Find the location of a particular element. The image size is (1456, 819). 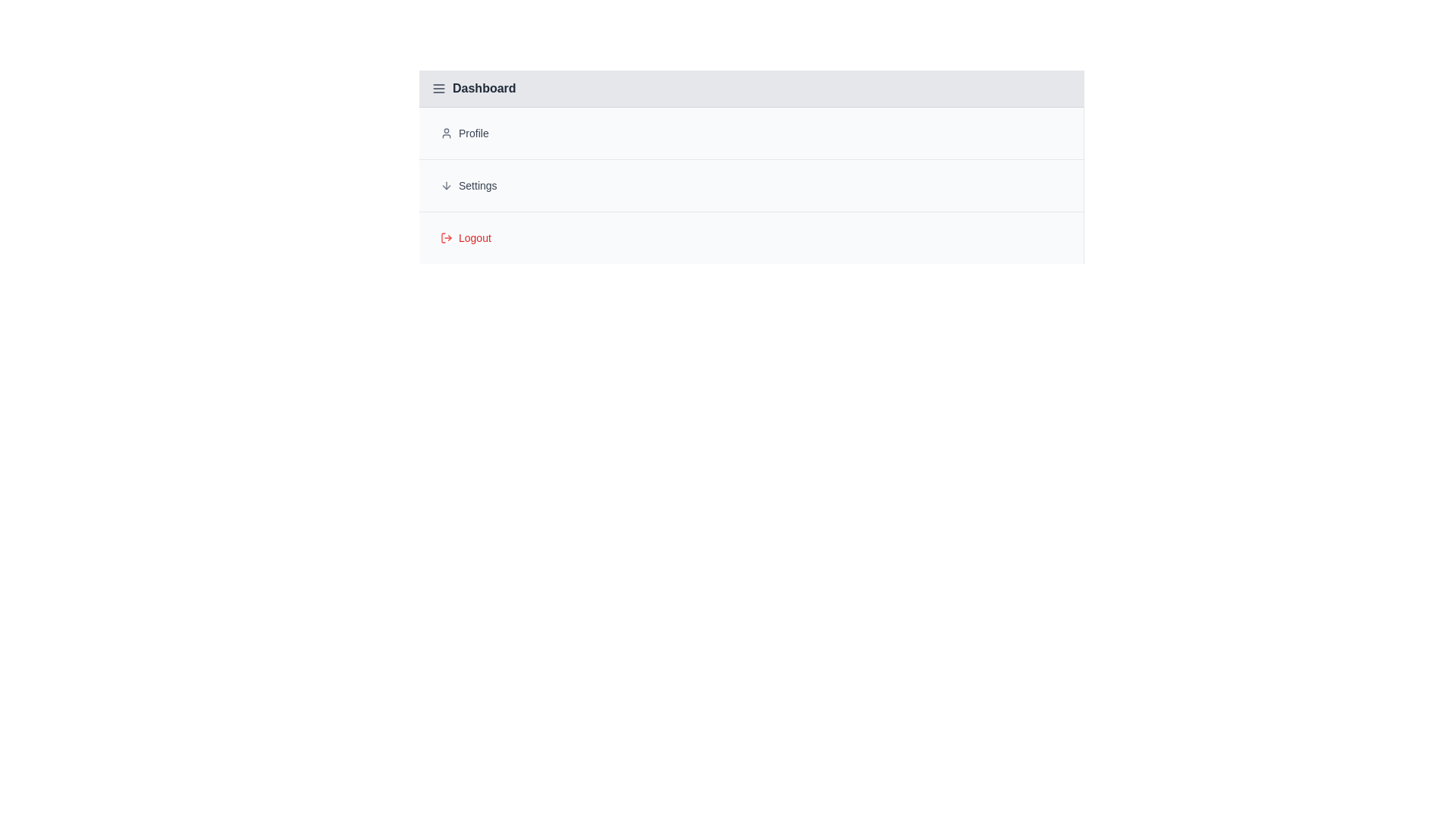

the menu item Logout to interact with it is located at coordinates (751, 237).